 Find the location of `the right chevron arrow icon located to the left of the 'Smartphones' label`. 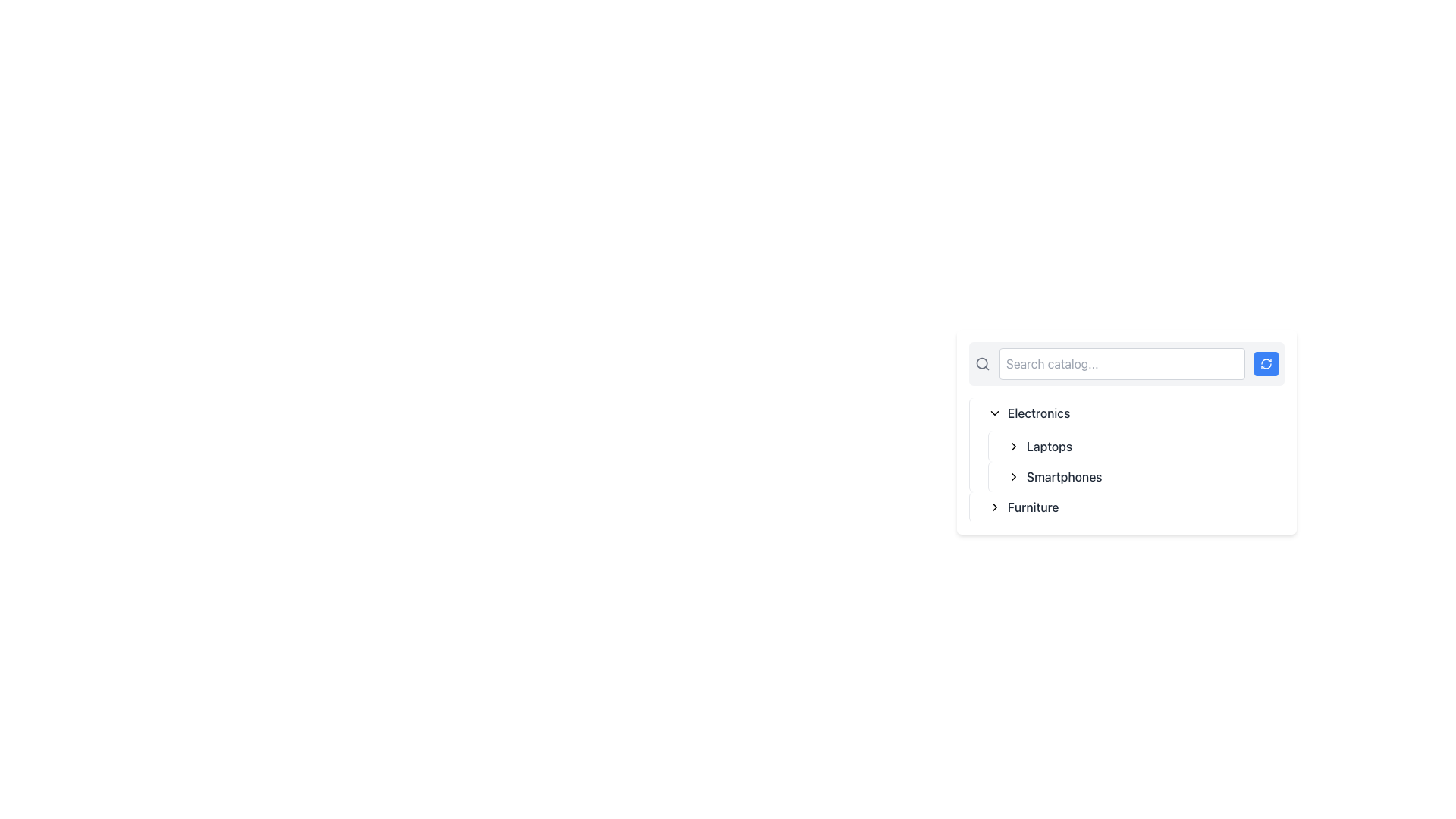

the right chevron arrow icon located to the left of the 'Smartphones' label is located at coordinates (1014, 475).